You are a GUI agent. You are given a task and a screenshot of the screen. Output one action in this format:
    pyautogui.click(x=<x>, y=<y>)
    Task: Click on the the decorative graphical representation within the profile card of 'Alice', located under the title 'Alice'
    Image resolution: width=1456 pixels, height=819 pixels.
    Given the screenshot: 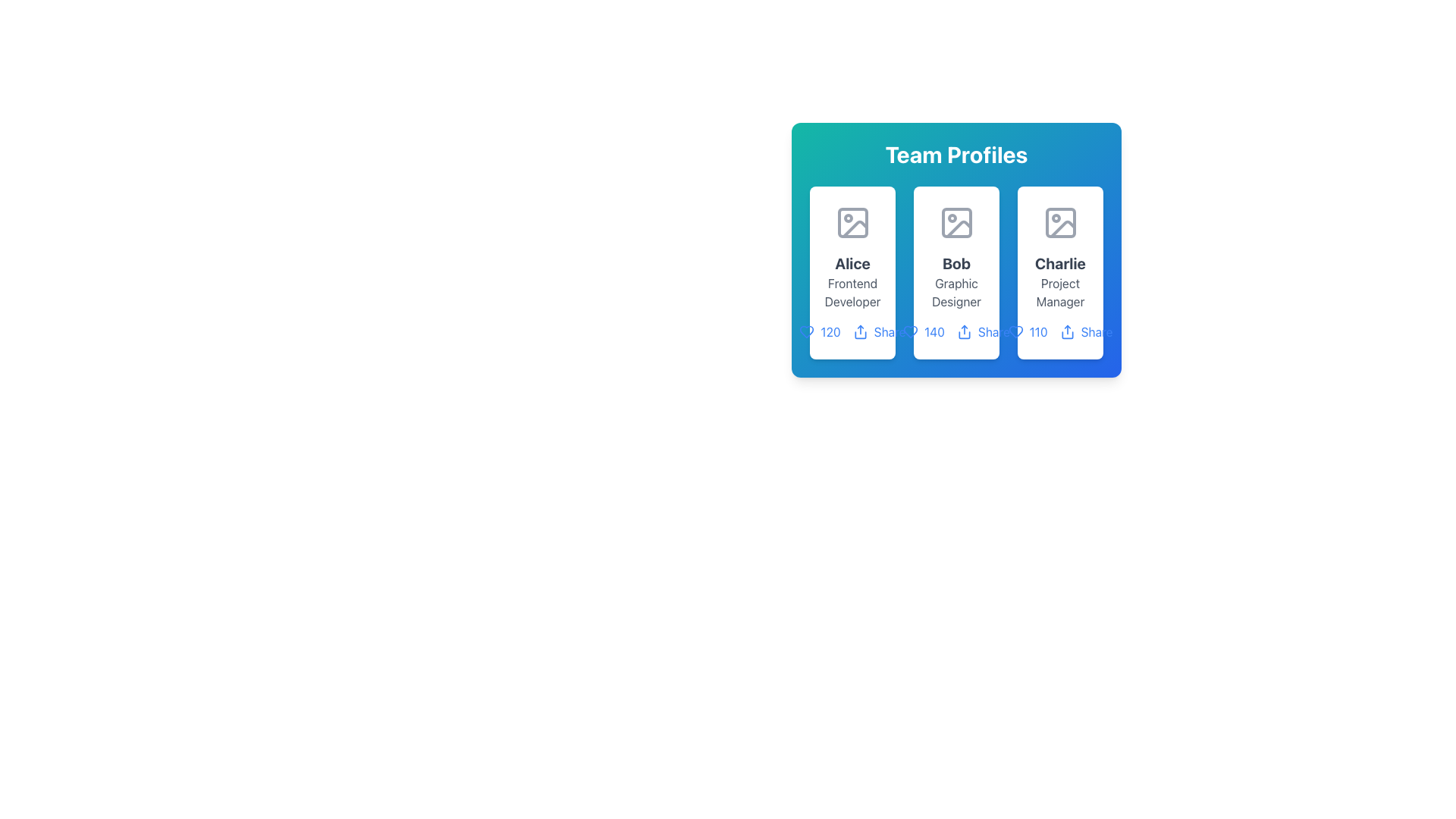 What is the action you would take?
    pyautogui.click(x=855, y=229)
    